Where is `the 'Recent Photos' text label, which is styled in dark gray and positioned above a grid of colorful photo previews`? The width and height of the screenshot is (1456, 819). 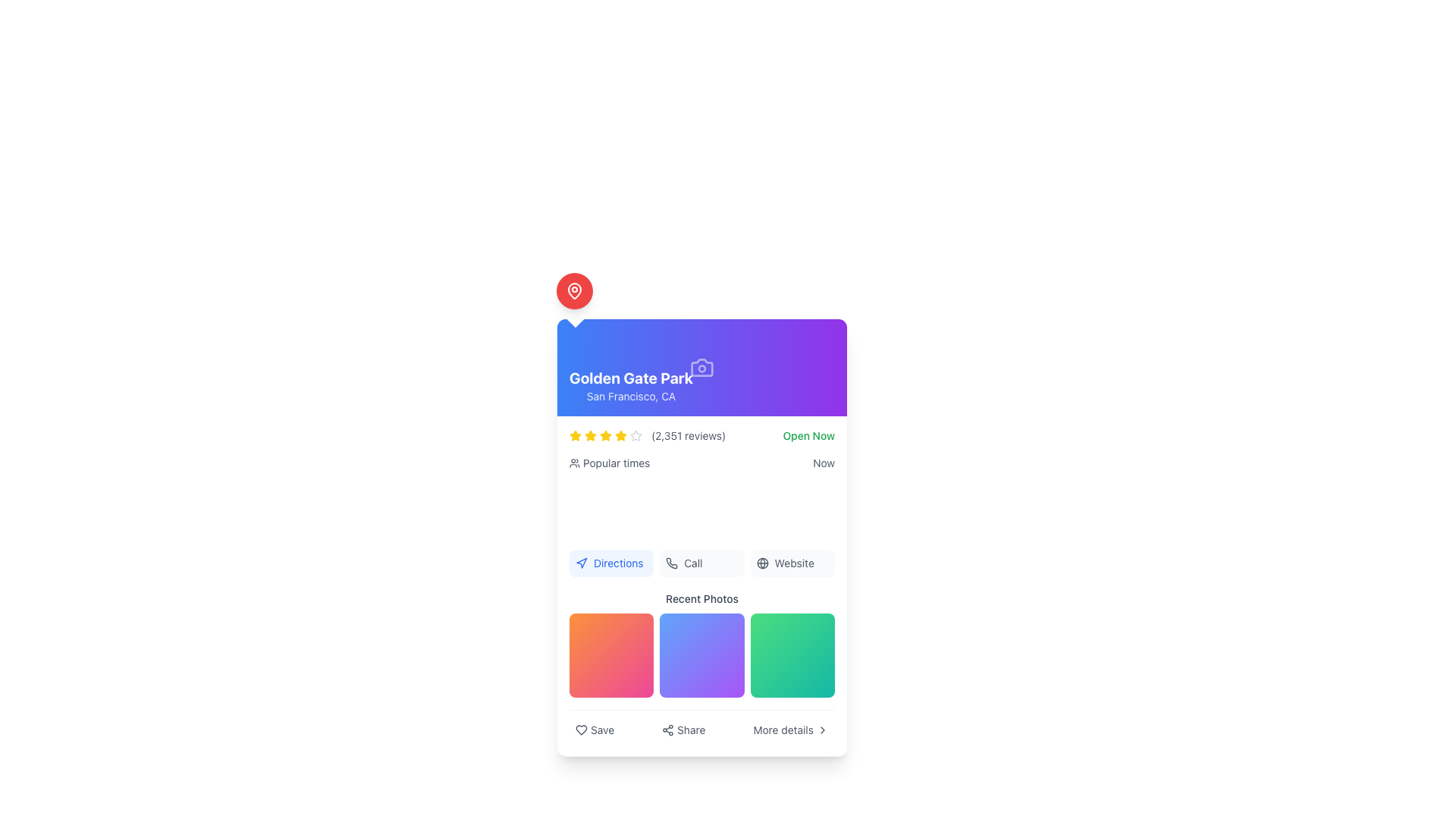
the 'Recent Photos' text label, which is styled in dark gray and positioned above a grid of colorful photo previews is located at coordinates (701, 598).